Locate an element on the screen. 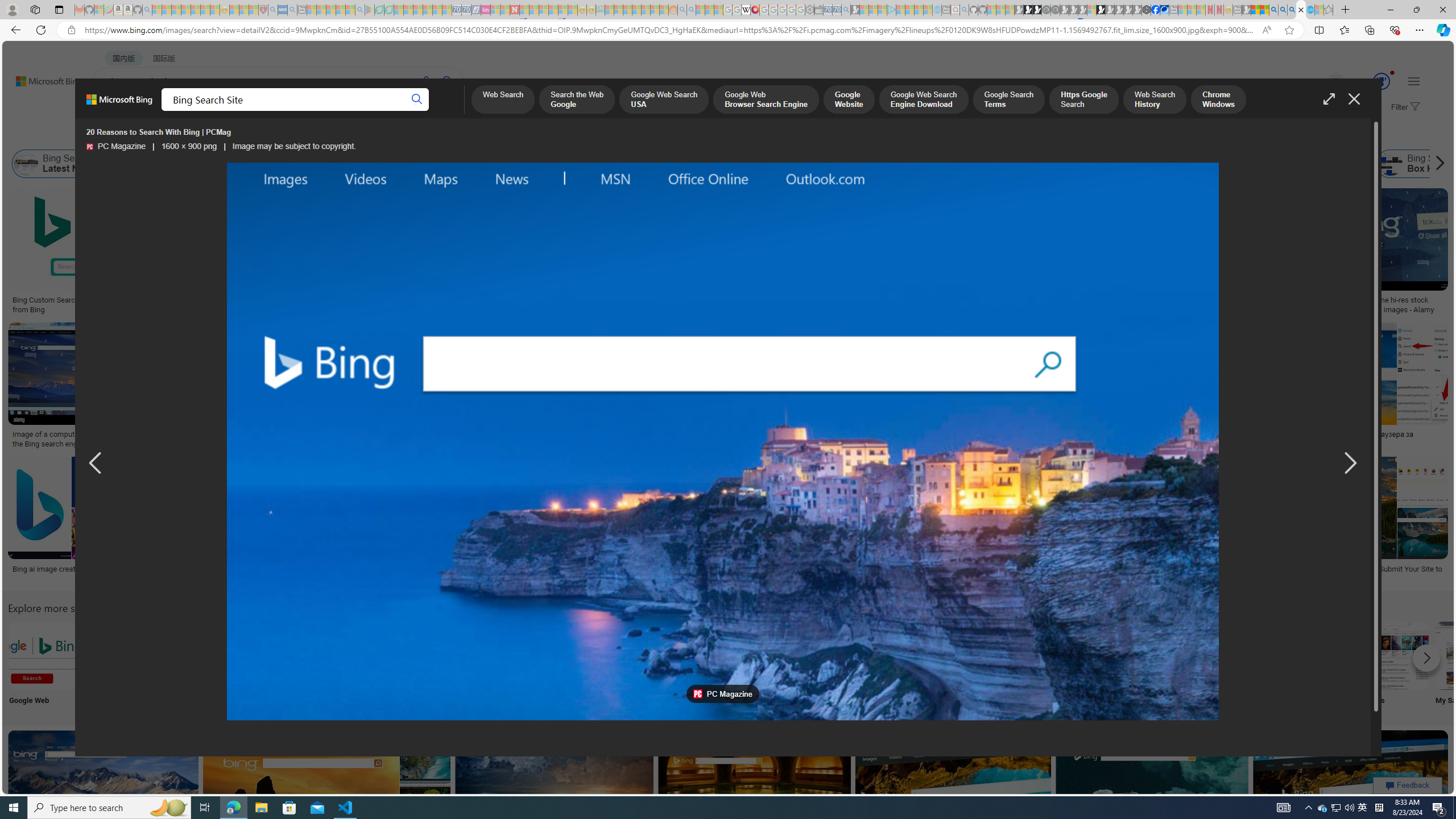 This screenshot has height=819, width=1456. 'Back to Bing search' is located at coordinates (42, 78).